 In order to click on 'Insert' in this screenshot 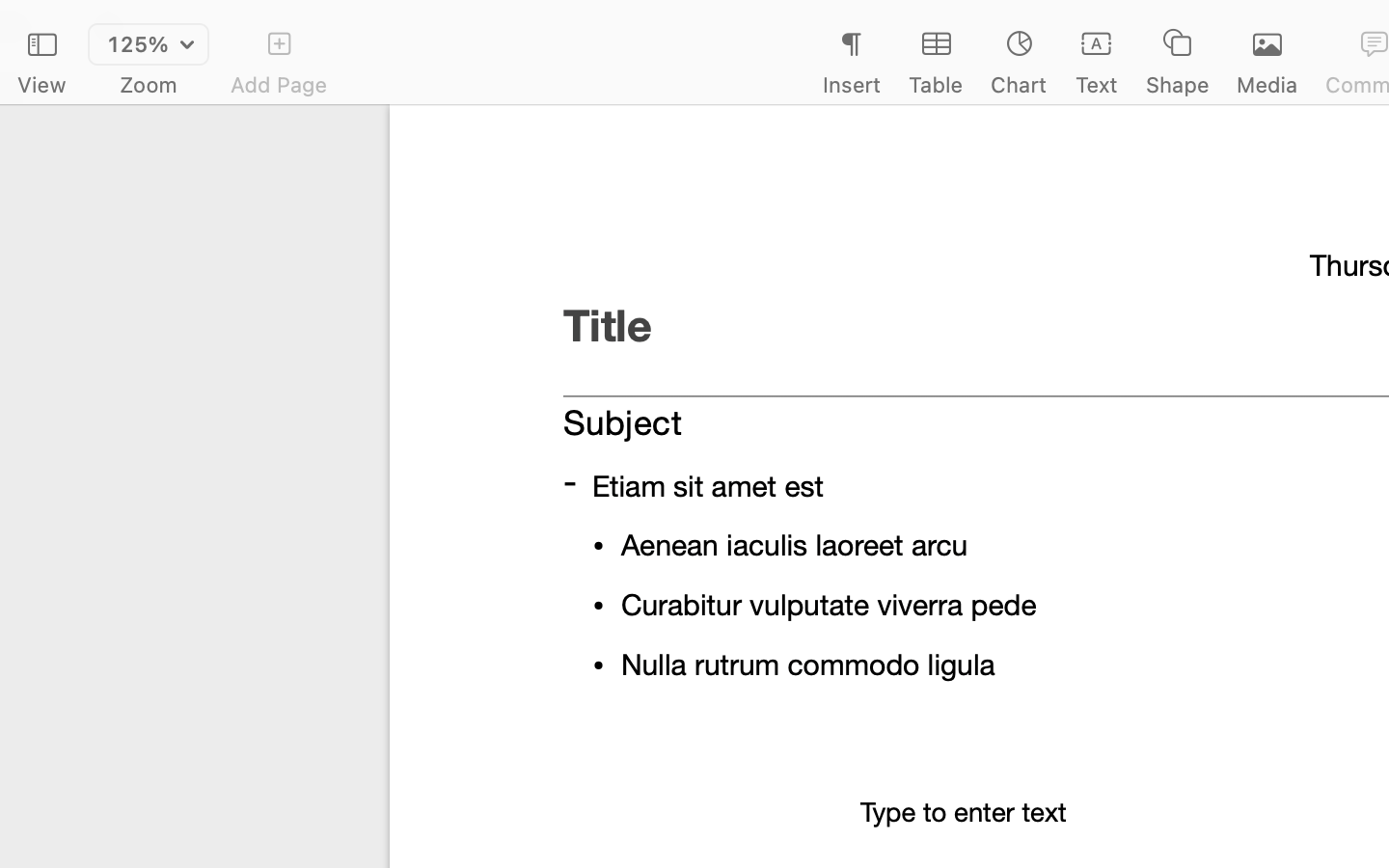, I will do `click(850, 84)`.